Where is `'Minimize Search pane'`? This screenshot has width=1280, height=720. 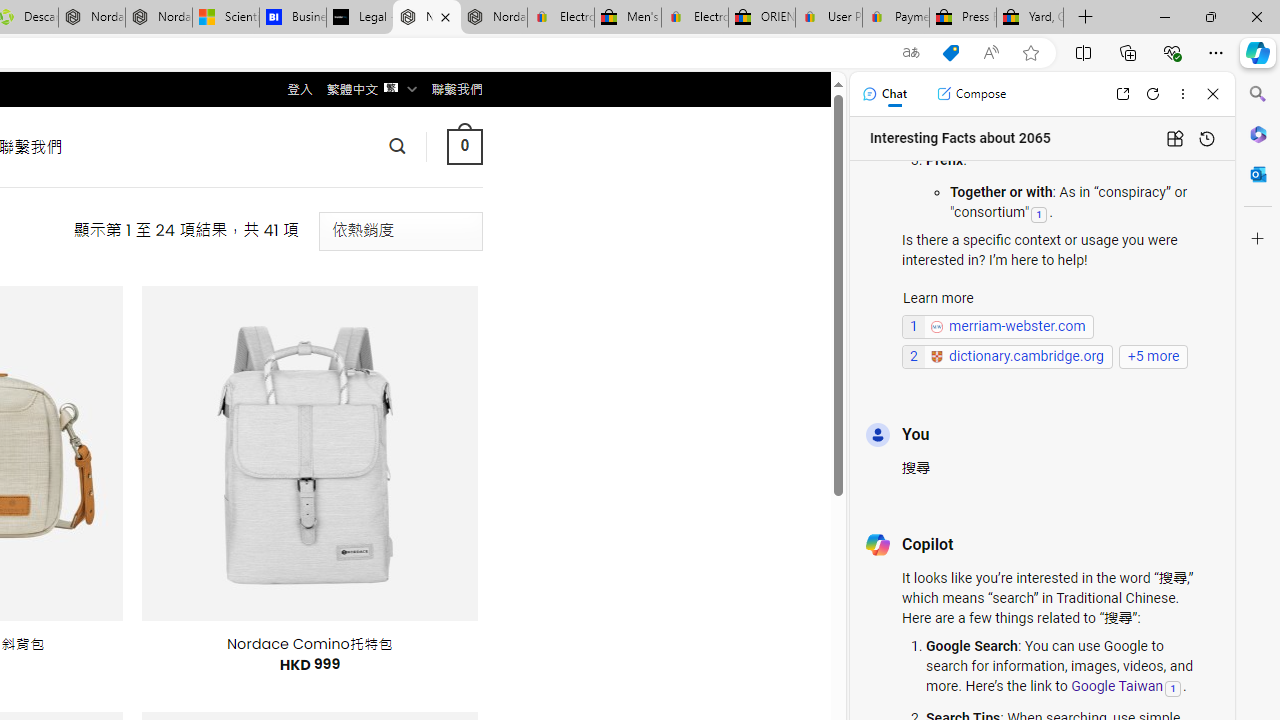 'Minimize Search pane' is located at coordinates (1257, 94).